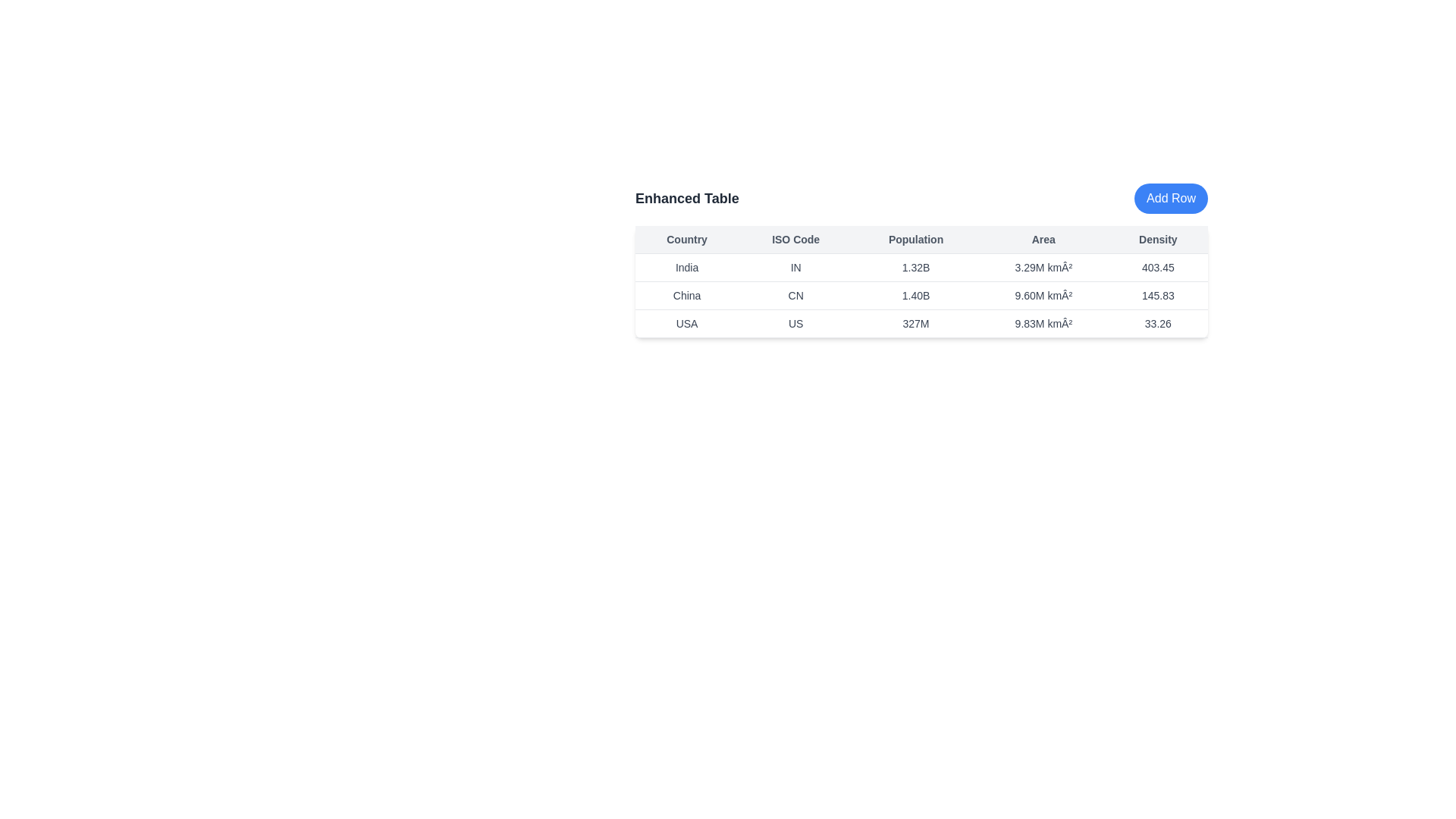 The image size is (1456, 819). I want to click on the second row of the table that displays statistical information about China, which includes headers such as 'Country', 'ISO Code', 'Population', 'Area', and 'Density', so click(921, 295).